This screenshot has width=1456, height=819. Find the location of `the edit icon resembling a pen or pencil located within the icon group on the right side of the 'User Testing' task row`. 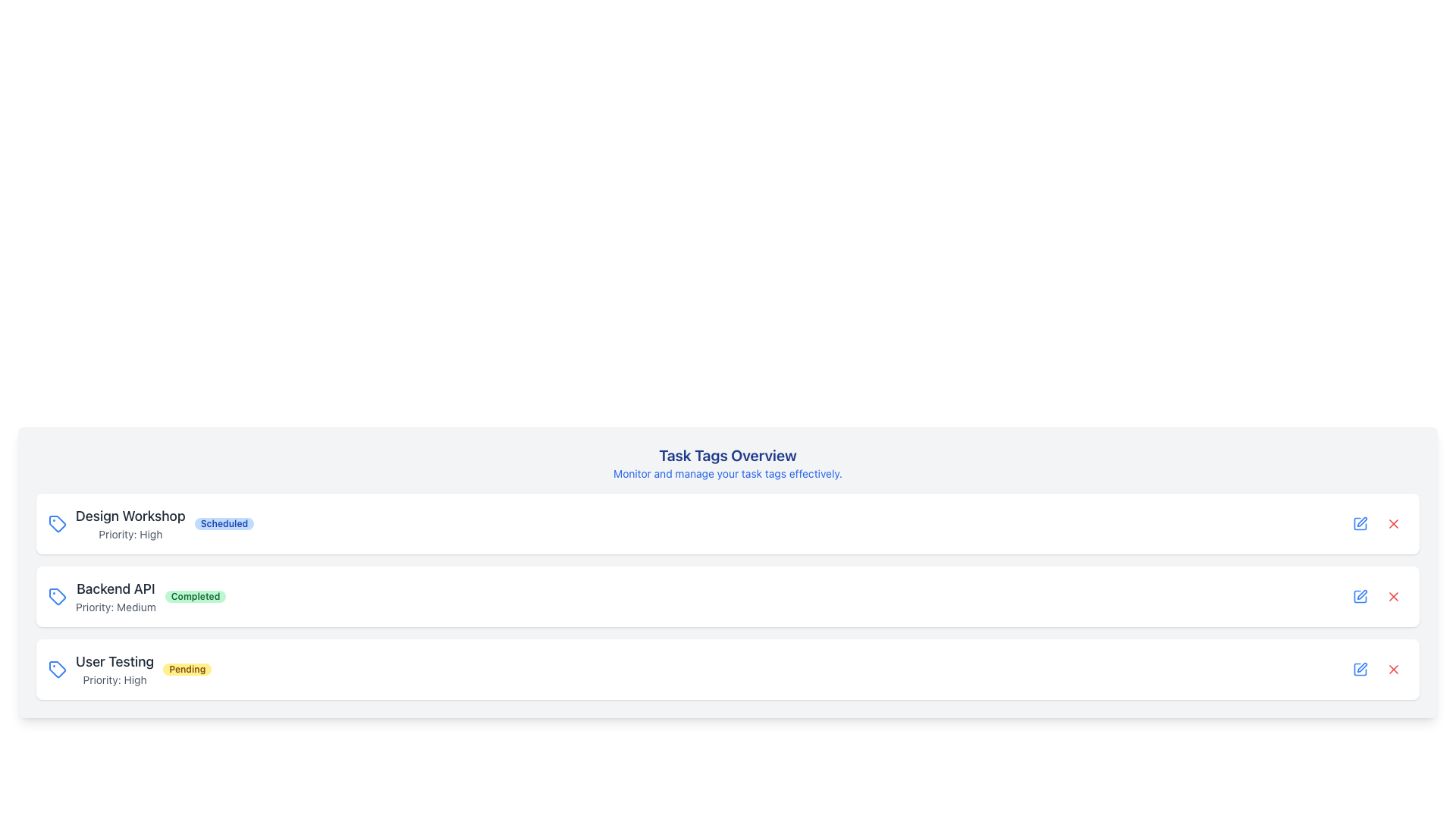

the edit icon resembling a pen or pencil located within the icon group on the right side of the 'User Testing' task row is located at coordinates (1362, 521).